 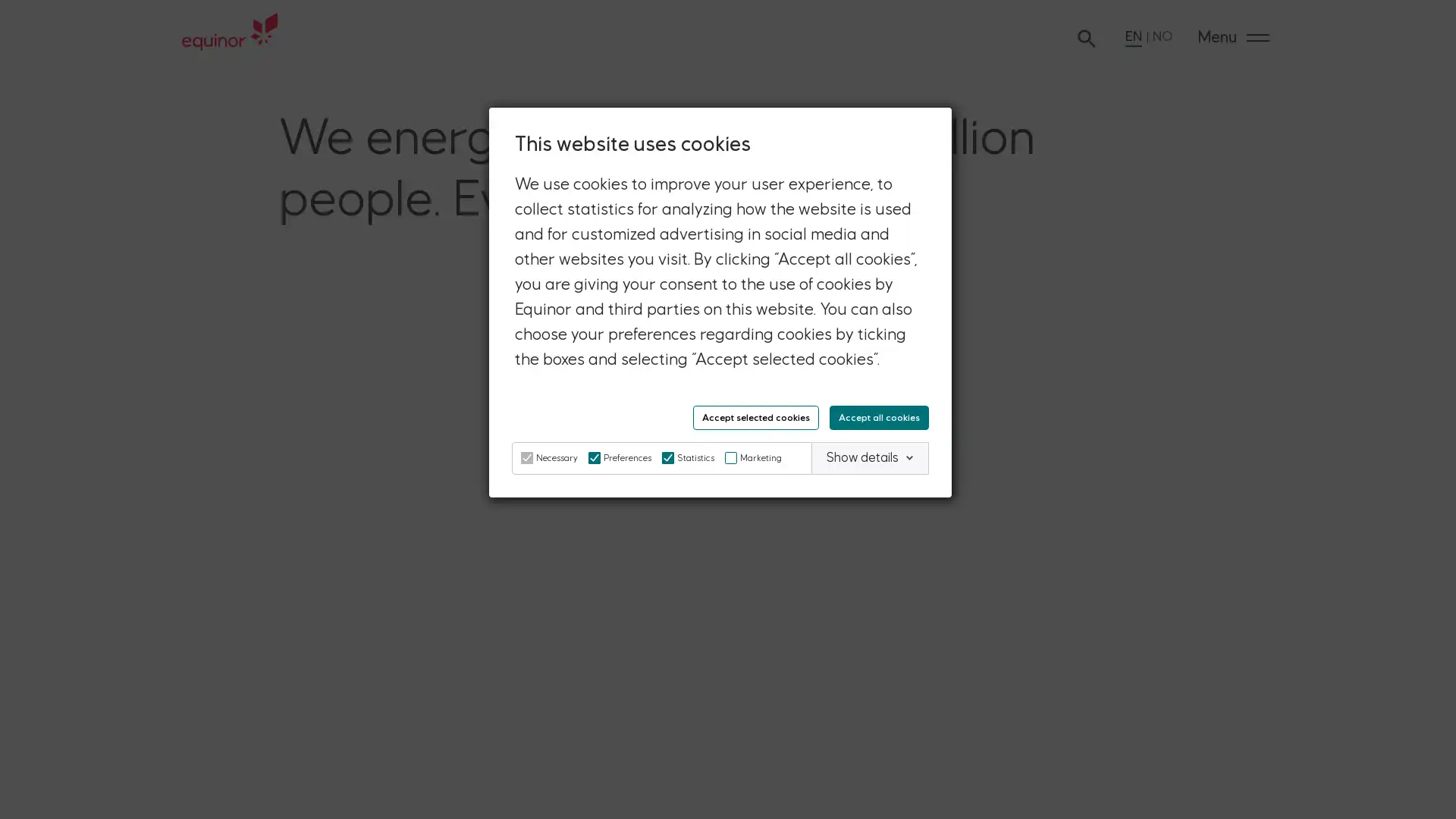 What do you see at coordinates (1233, 37) in the screenshot?
I see `Menu` at bounding box center [1233, 37].